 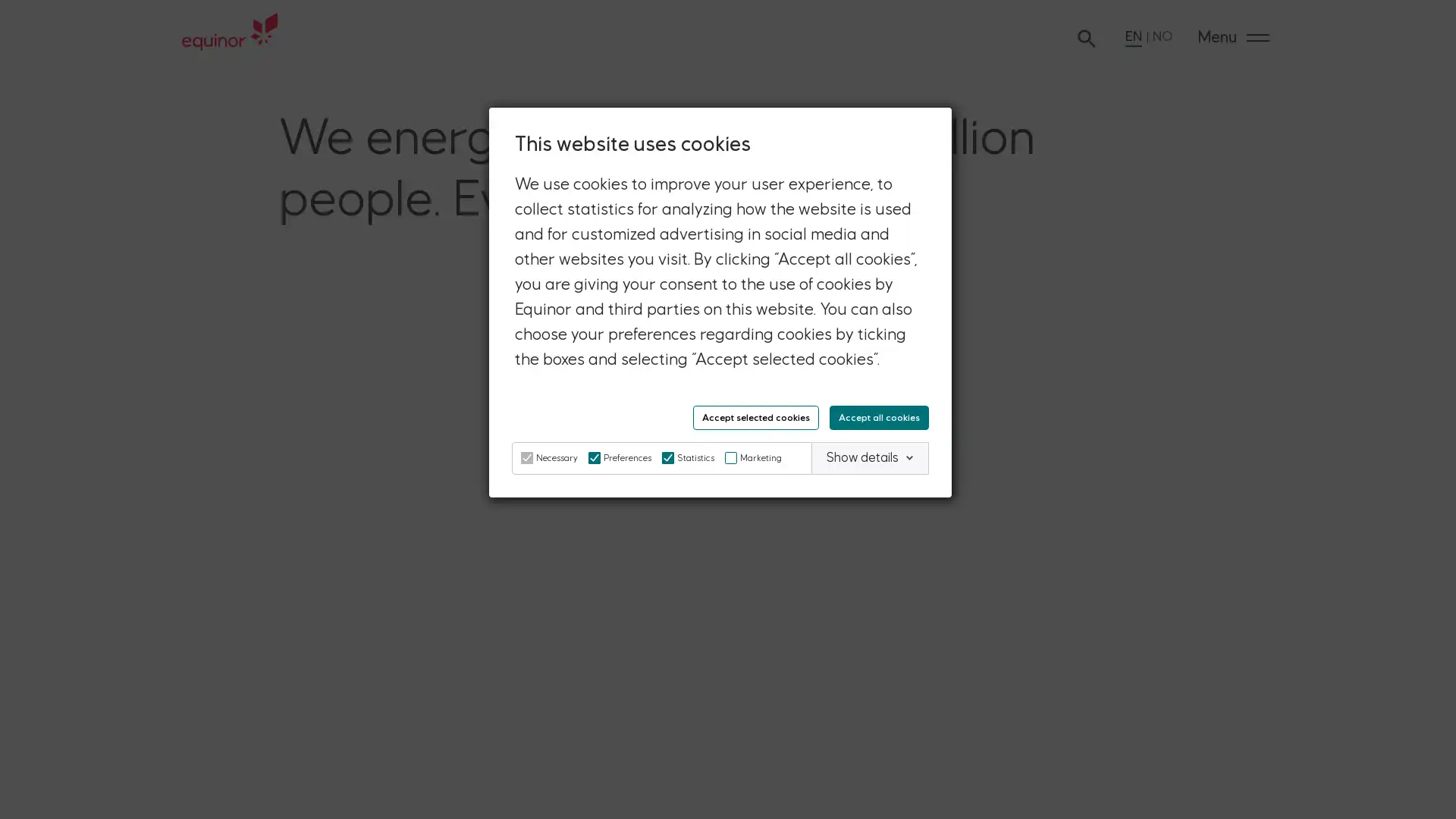 What do you see at coordinates (1233, 37) in the screenshot?
I see `Menu` at bounding box center [1233, 37].